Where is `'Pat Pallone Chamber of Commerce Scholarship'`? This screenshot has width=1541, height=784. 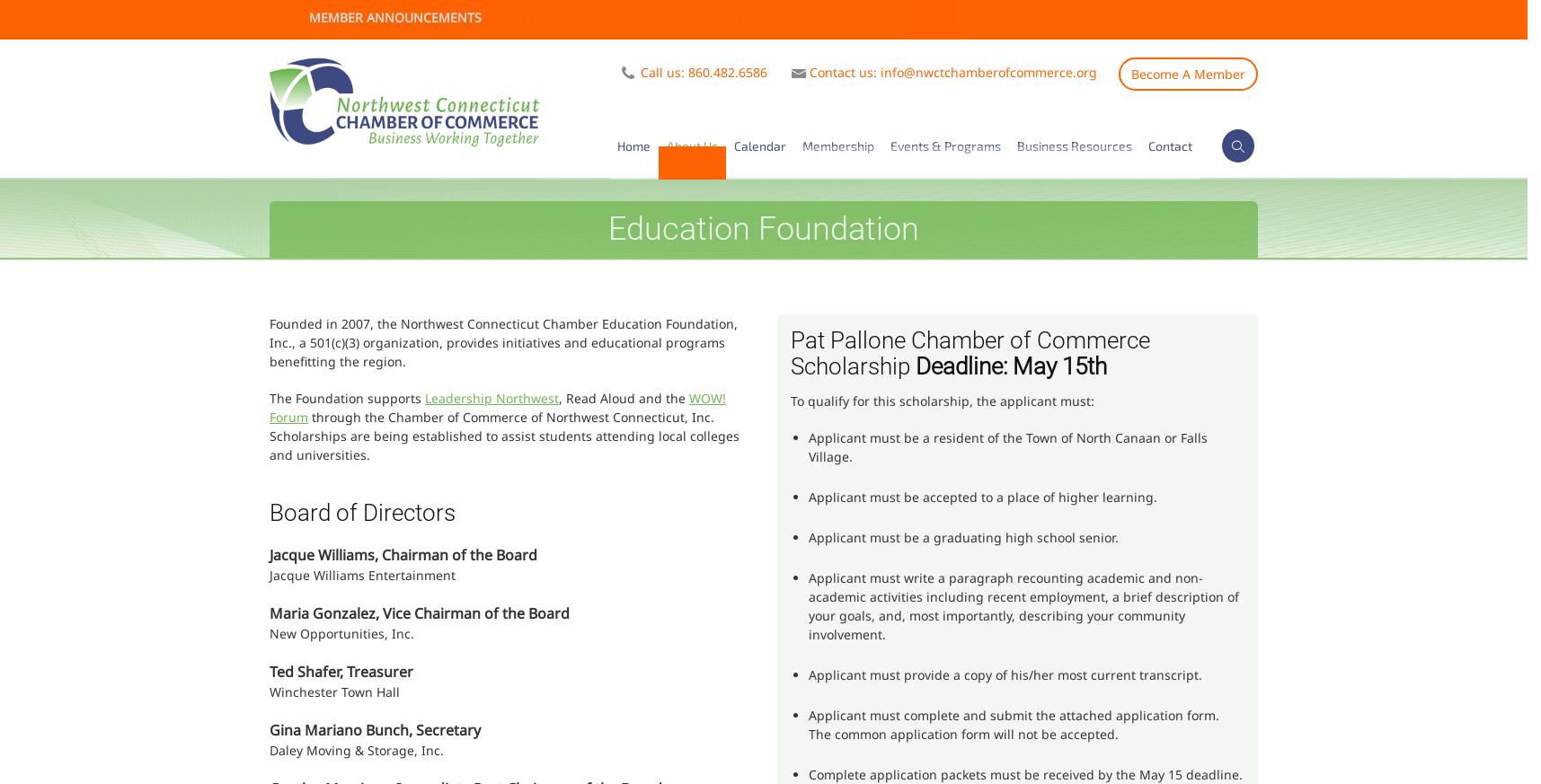
'Pat Pallone Chamber of Commerce Scholarship' is located at coordinates (790, 352).